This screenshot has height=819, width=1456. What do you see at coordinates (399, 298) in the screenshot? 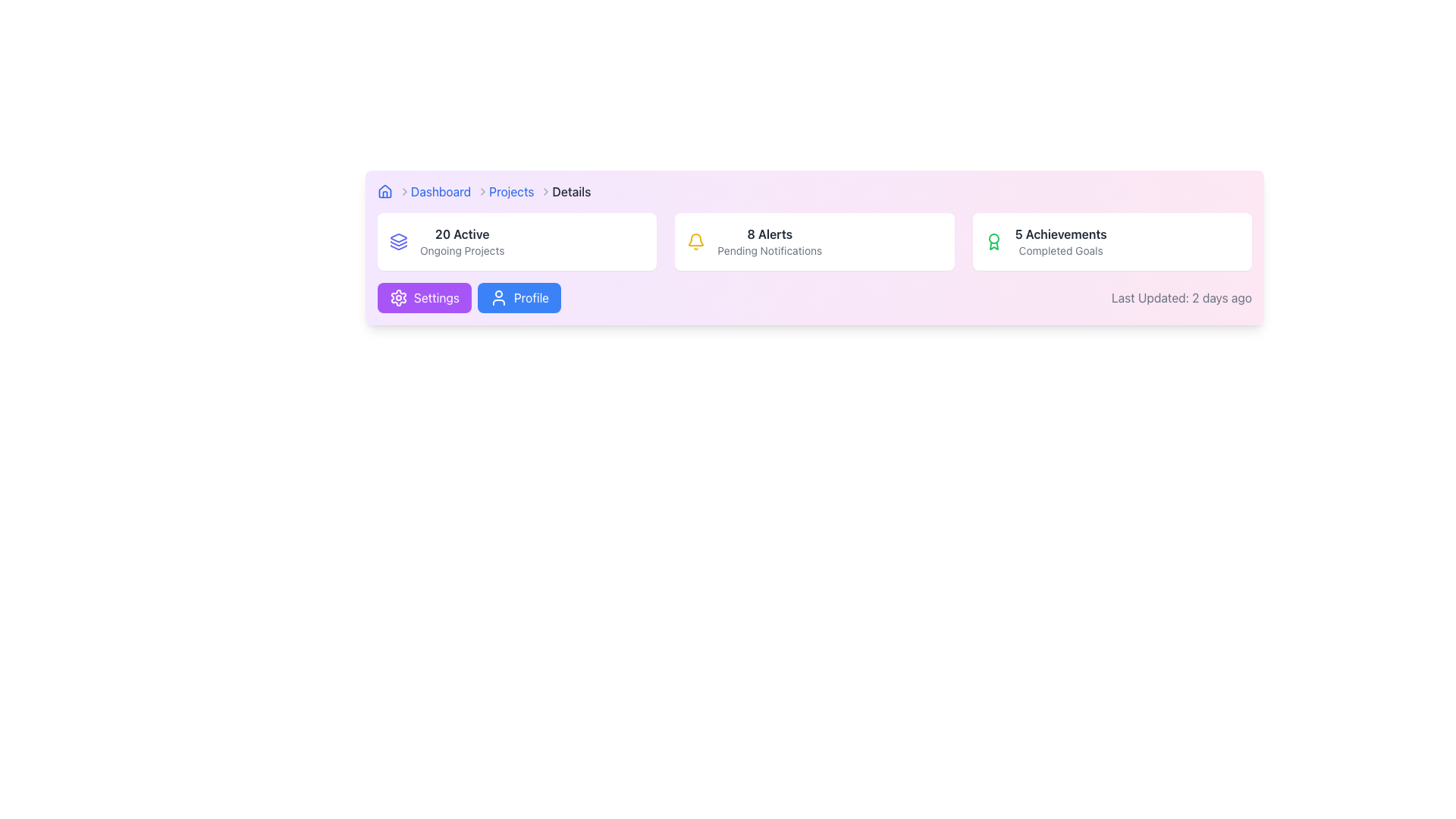
I see `the gear icon located to the left of the 'Settings' button at the bottom-left corner of the interaction section` at bounding box center [399, 298].